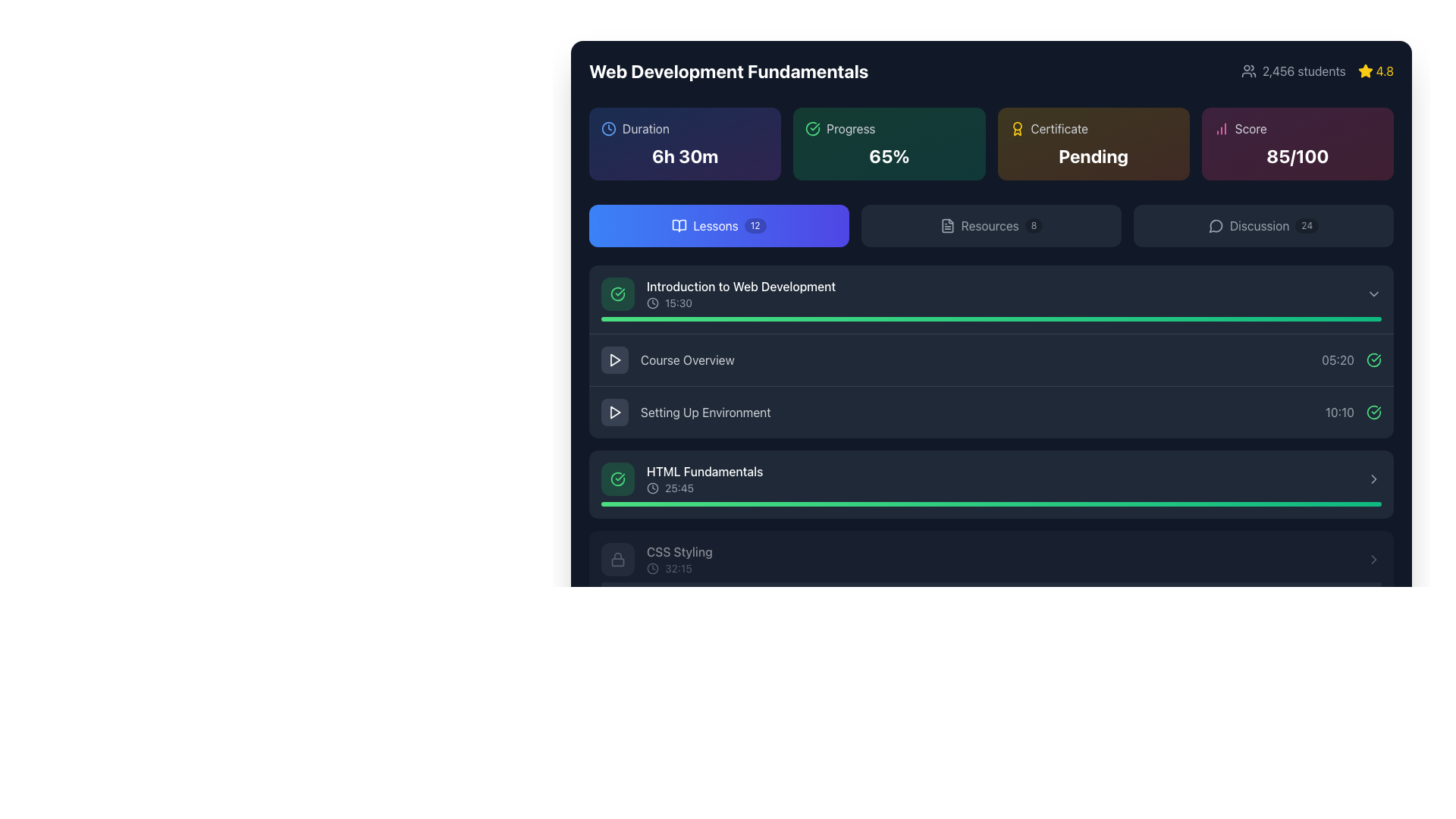  Describe the element at coordinates (652, 488) in the screenshot. I see `the clock icon representing the duration of the lesson titled 'HTML Fundamentals', which is located beside the text '25:45' in the fourth row of the lesson list` at that location.